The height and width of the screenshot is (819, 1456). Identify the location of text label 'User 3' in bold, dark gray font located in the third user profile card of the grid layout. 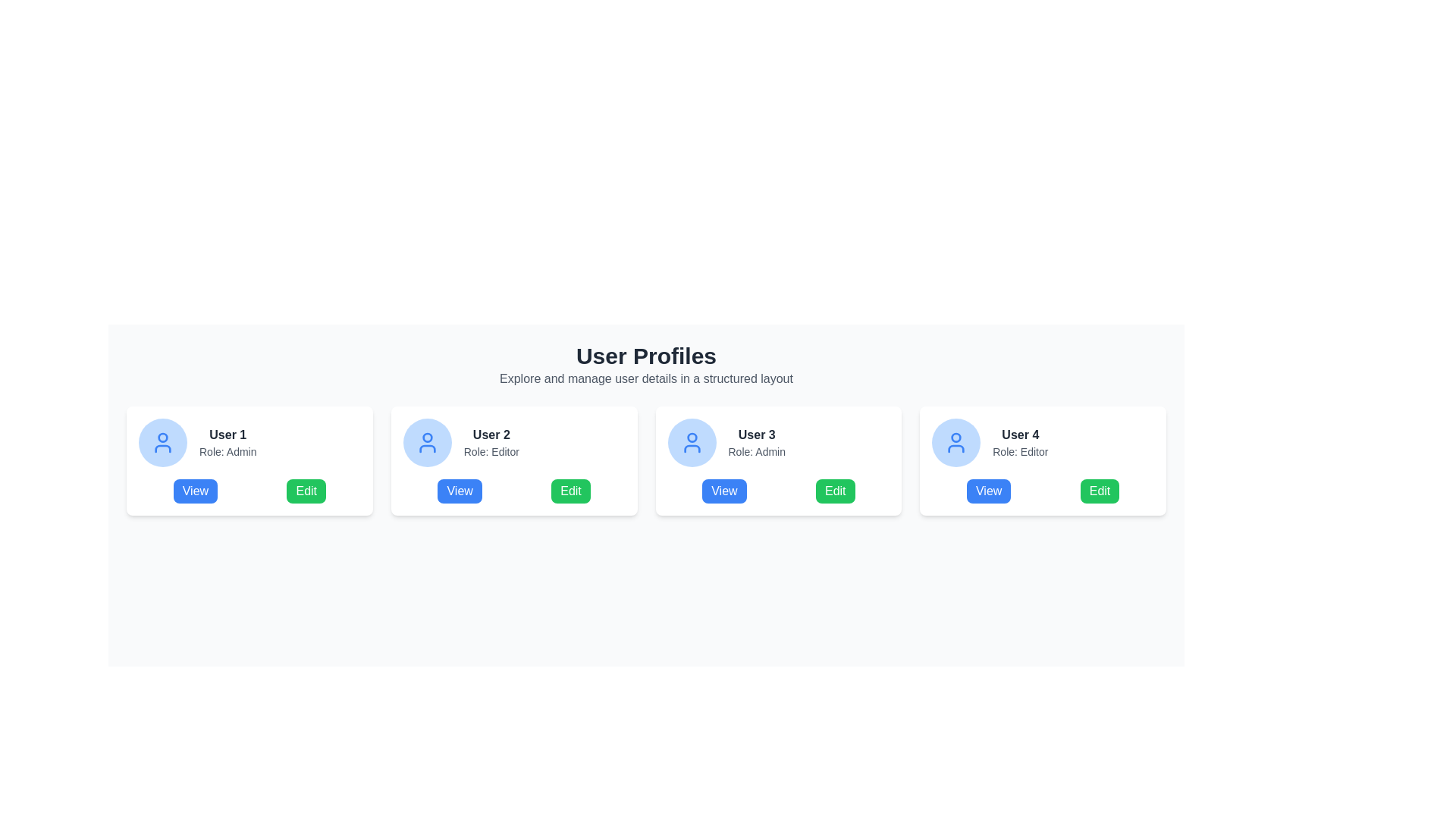
(757, 435).